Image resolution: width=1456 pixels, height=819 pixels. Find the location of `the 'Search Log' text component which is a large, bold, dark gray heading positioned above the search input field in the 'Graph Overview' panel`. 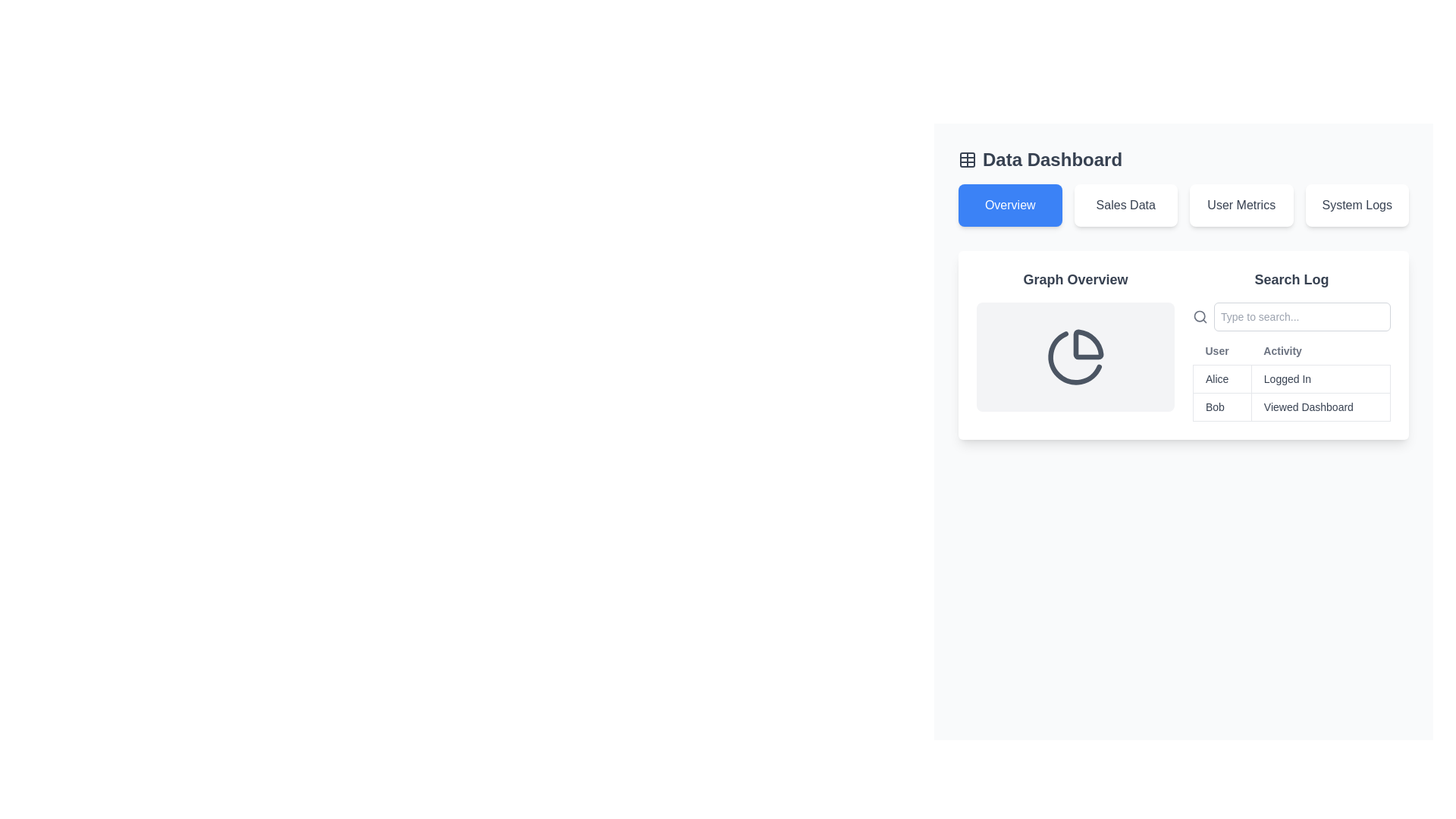

the 'Search Log' text component which is a large, bold, dark gray heading positioned above the search input field in the 'Graph Overview' panel is located at coordinates (1291, 280).